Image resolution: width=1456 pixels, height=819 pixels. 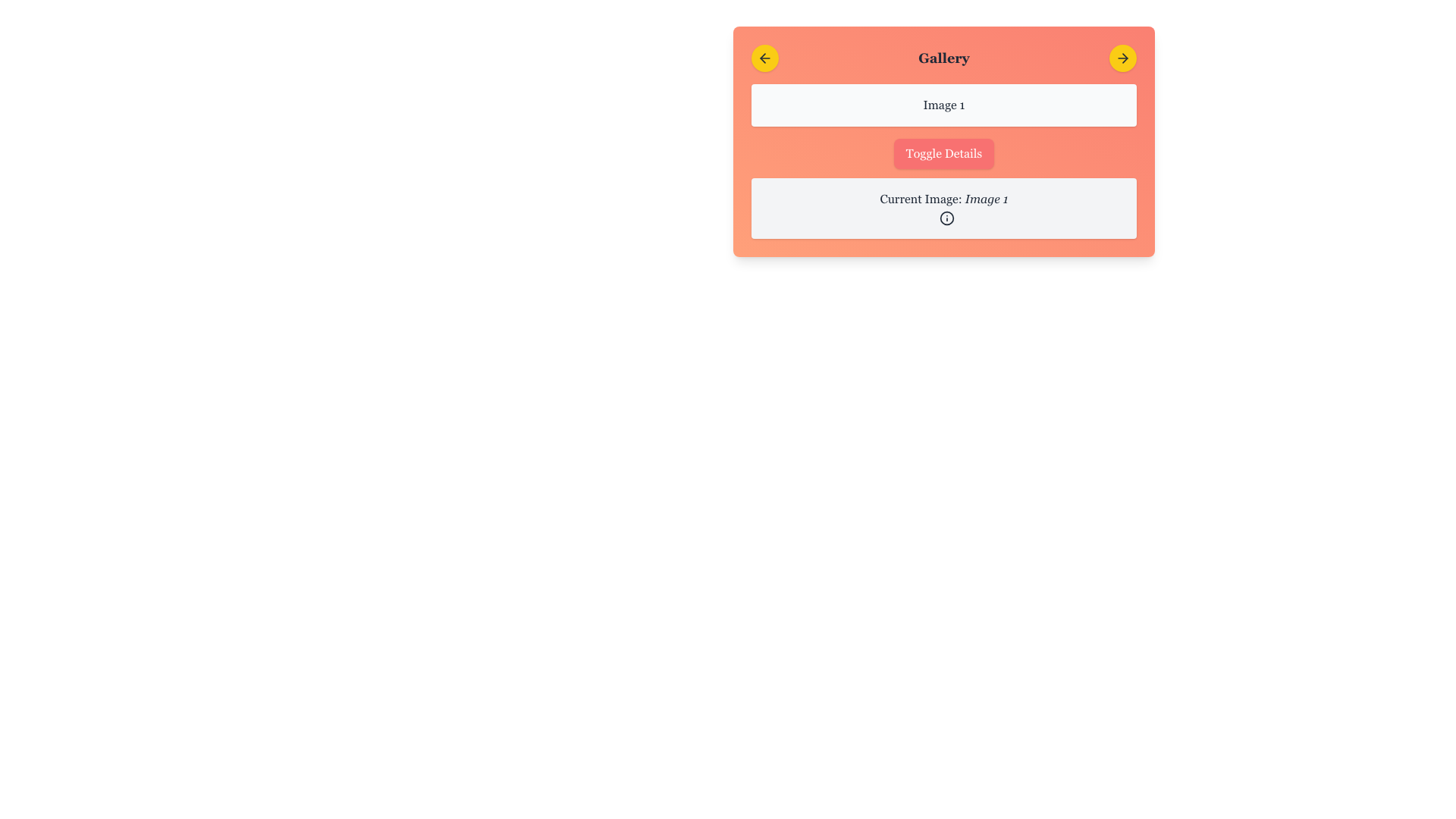 I want to click on the red rectangular button labeled 'Toggle Details', so click(x=943, y=154).